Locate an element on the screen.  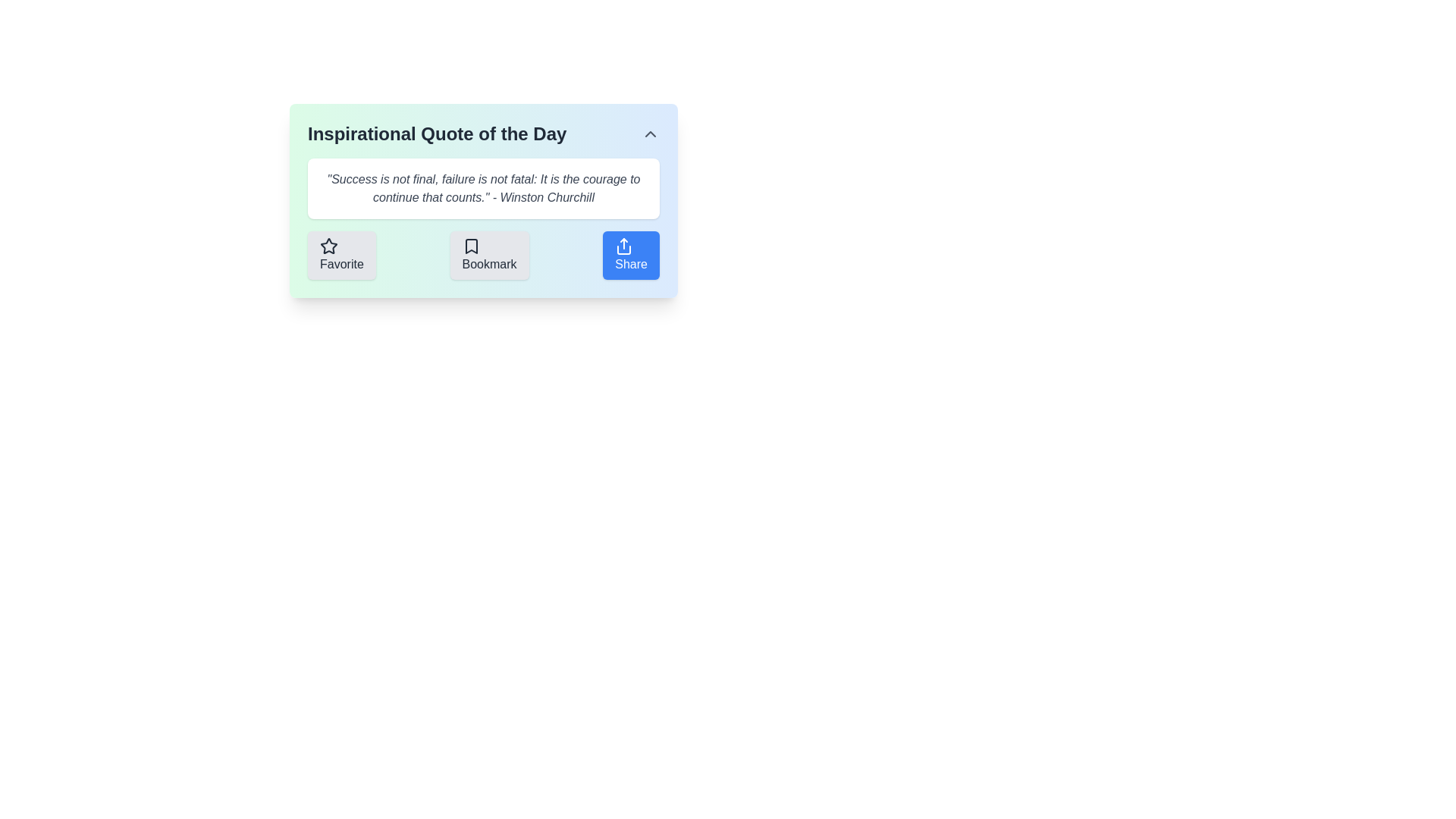
the bookmark-shaped icon within the 'Bookmark' button, which is centrally located among three buttons is located at coordinates (470, 245).